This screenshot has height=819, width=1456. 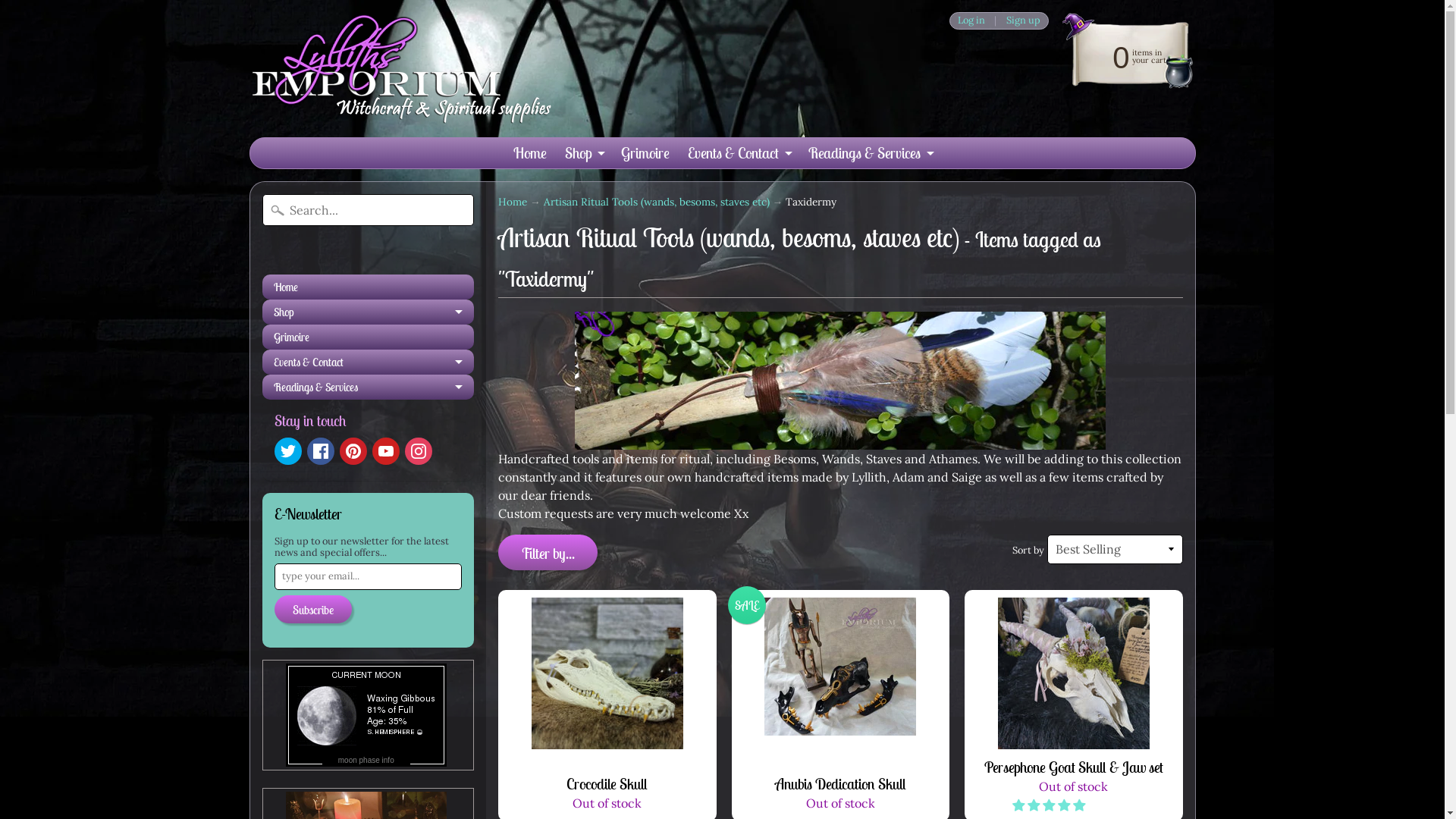 What do you see at coordinates (400, 68) in the screenshot?
I see `'Lylliths' Emporium'` at bounding box center [400, 68].